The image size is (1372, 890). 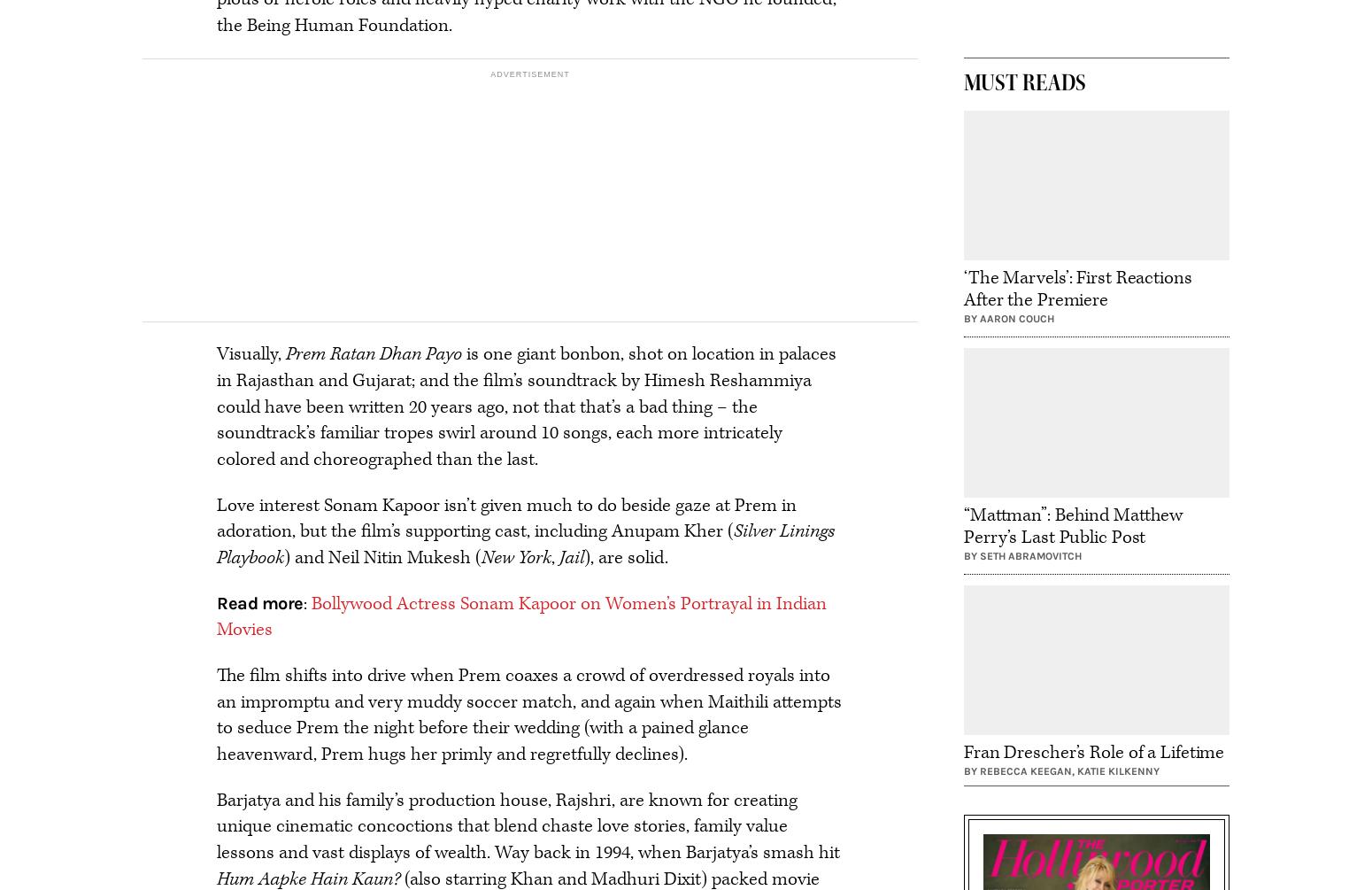 I want to click on 'Rebecca Keegan', so click(x=1024, y=770).